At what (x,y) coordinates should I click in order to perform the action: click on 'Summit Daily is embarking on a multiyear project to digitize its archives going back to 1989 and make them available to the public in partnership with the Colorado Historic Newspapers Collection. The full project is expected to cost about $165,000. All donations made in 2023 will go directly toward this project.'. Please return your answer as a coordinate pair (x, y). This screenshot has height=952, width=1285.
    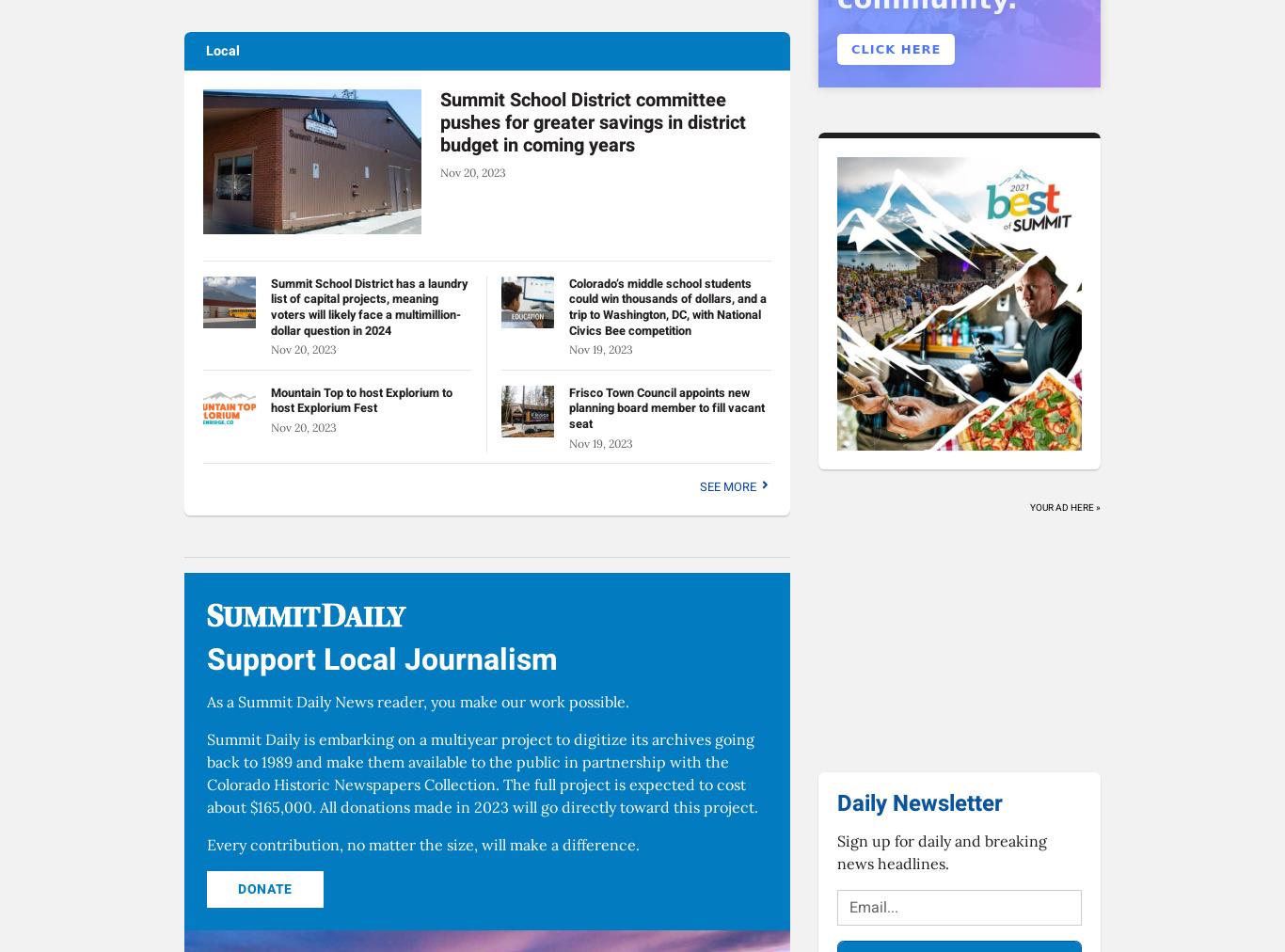
    Looking at the image, I should click on (206, 772).